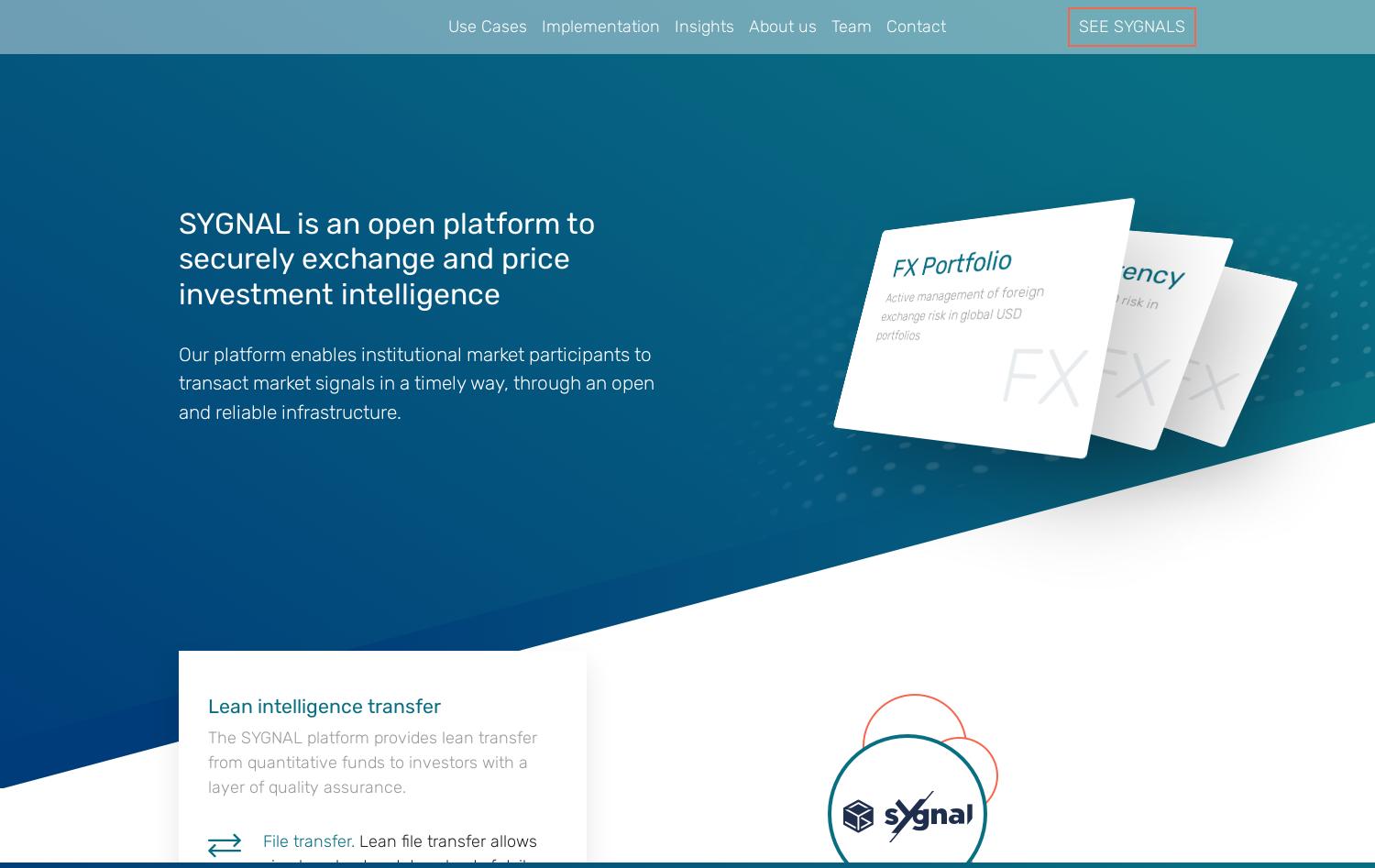 The height and width of the screenshot is (868, 1375). I want to click on 'Active management of GBP exposure for USD investors', so click(1106, 327).